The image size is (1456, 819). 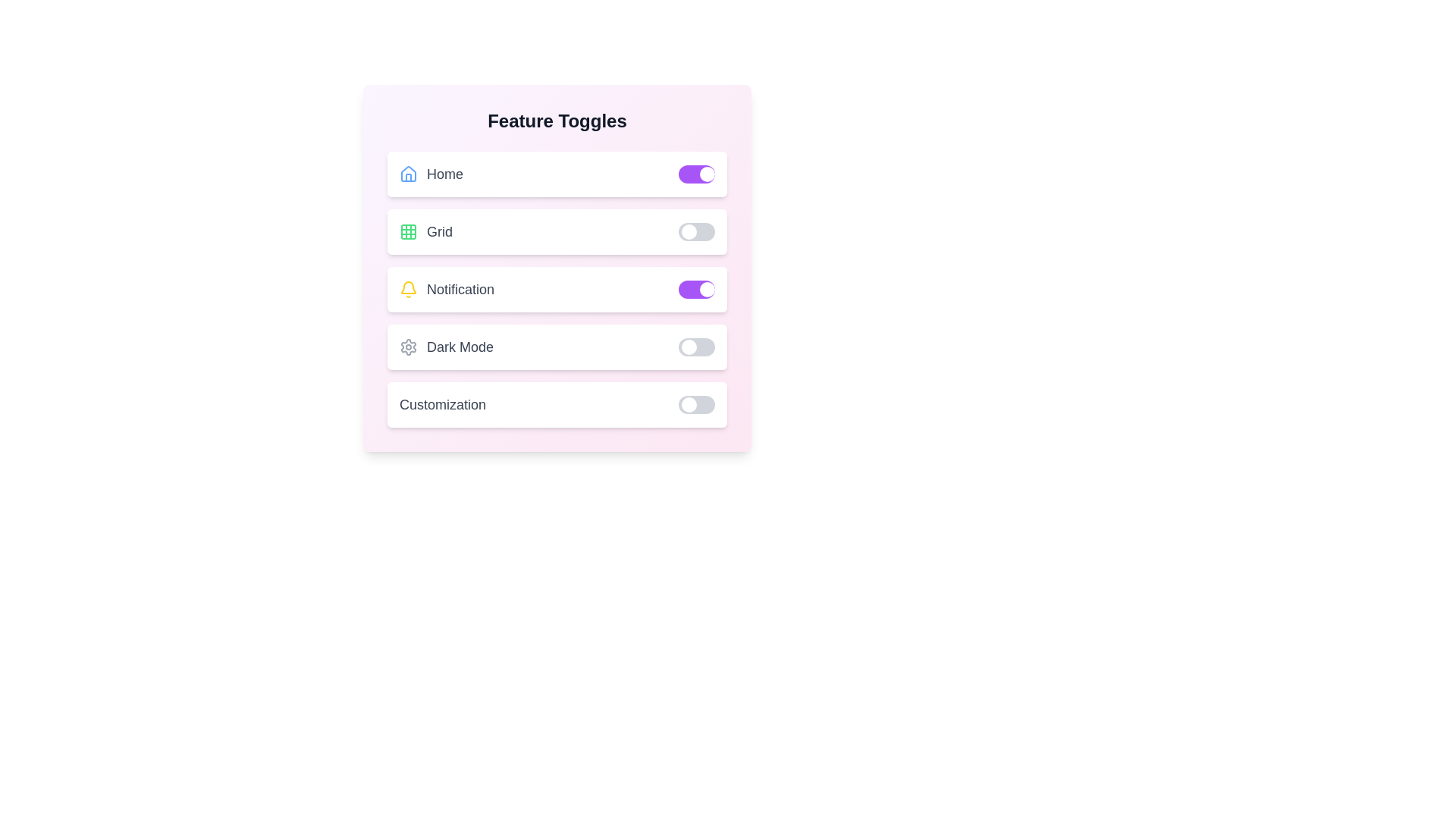 What do you see at coordinates (688, 231) in the screenshot?
I see `the toggle switch knob, which is a small circular UI component with a white fill located on the left side of the toggle track adjacent to the 'Grid' label in its 'off' position` at bounding box center [688, 231].